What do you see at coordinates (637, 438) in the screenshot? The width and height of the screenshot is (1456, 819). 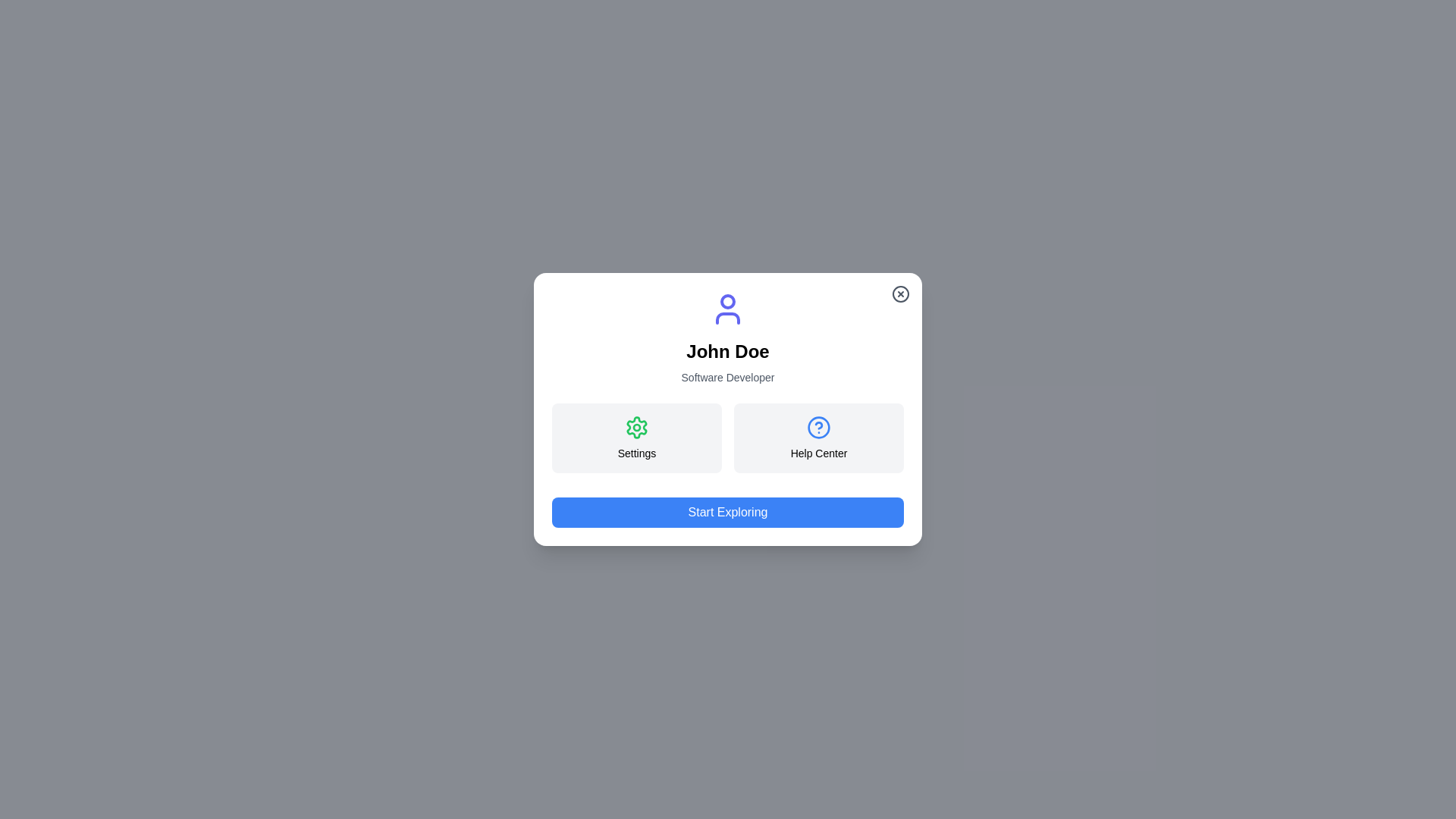 I see `the 'Settings' button with a green gear icon and text label in a modal window` at bounding box center [637, 438].